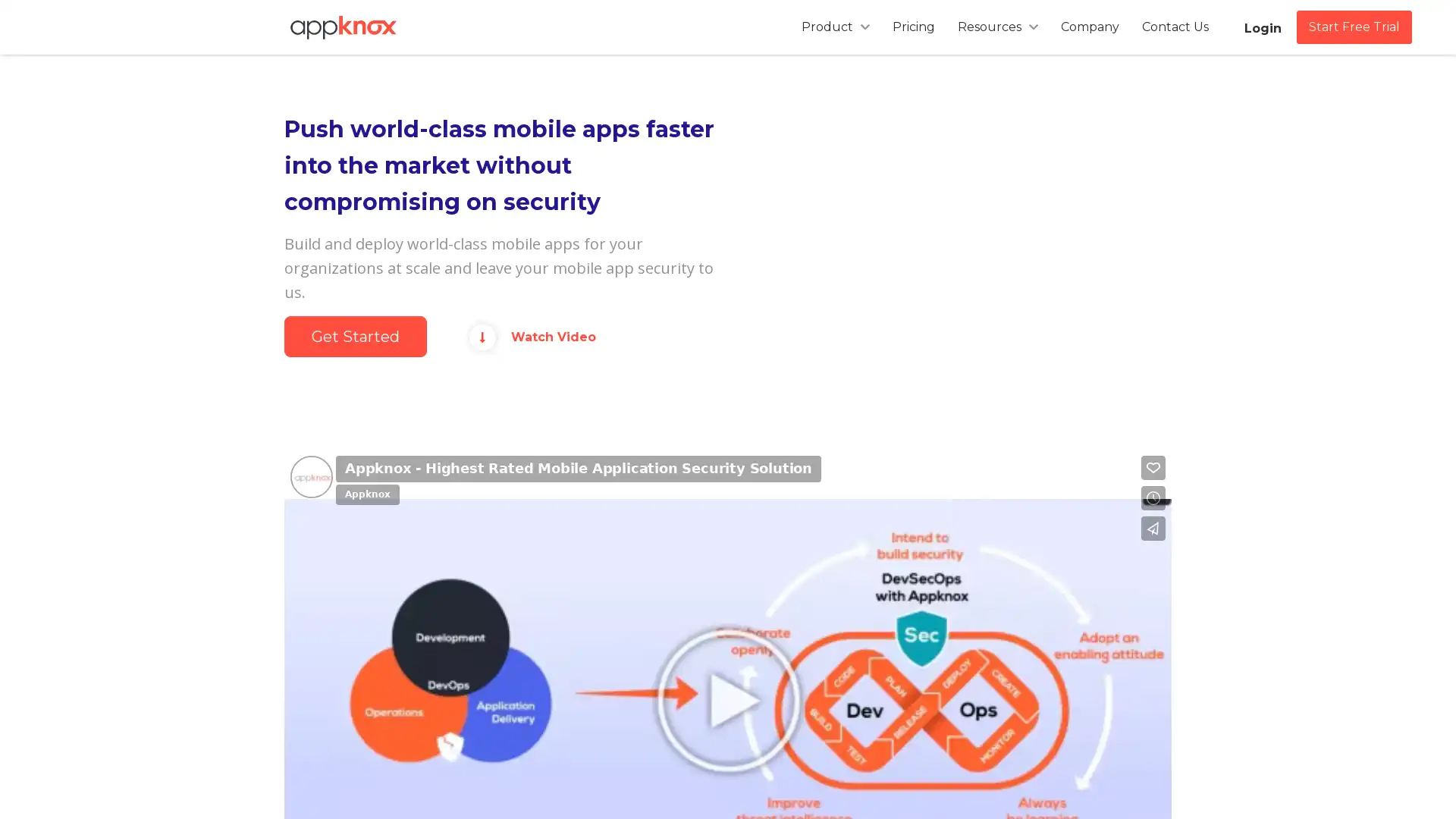 This screenshot has height=819, width=1456. Describe the element at coordinates (728, 249) in the screenshot. I see `Watch Appknox Product Demo` at that location.